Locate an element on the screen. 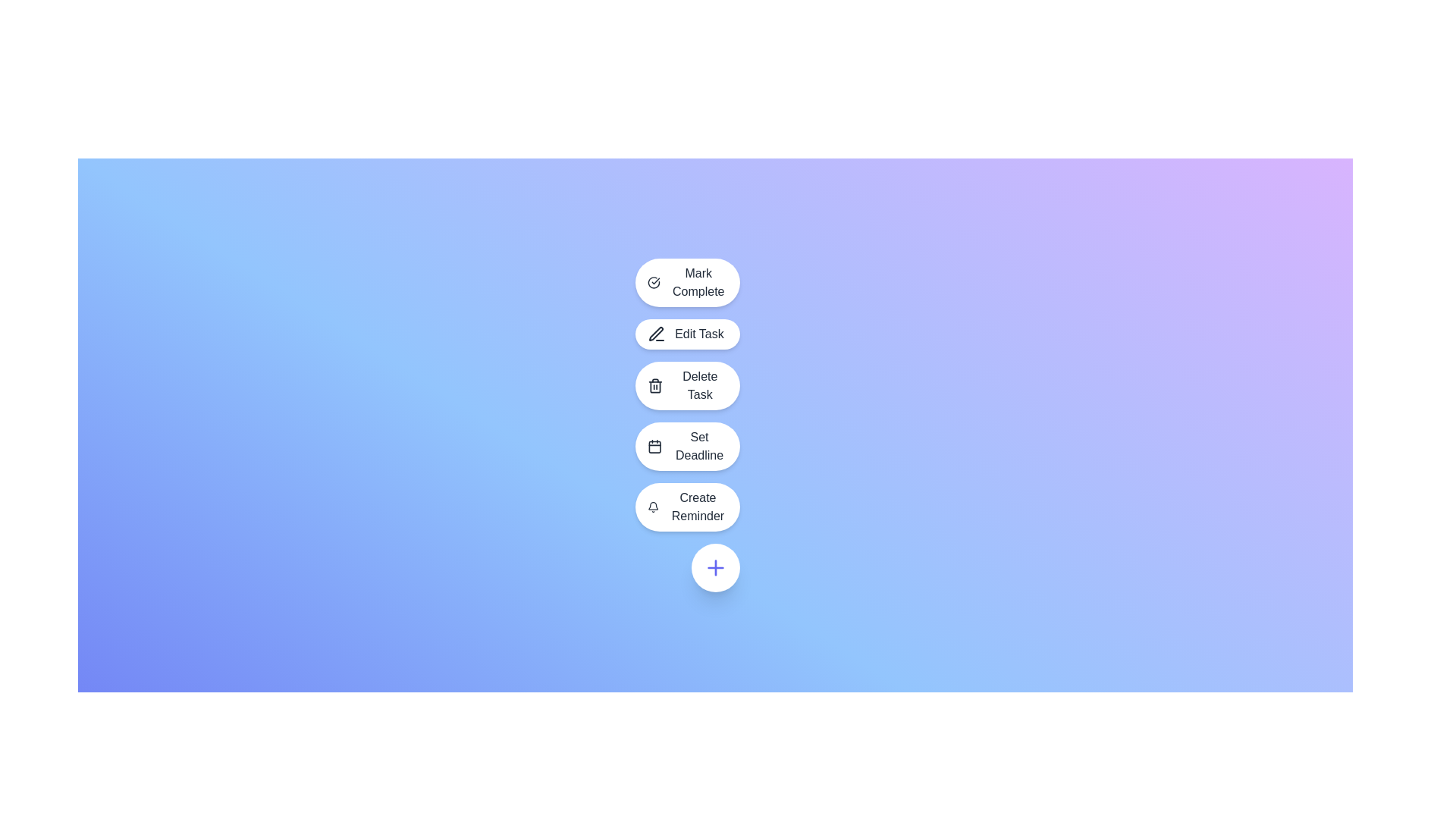  the 'Set Deadline' button, which is a visually contained rectangular shape with rounded corners and a red filled area, located within a calendar icon is located at coordinates (654, 446).